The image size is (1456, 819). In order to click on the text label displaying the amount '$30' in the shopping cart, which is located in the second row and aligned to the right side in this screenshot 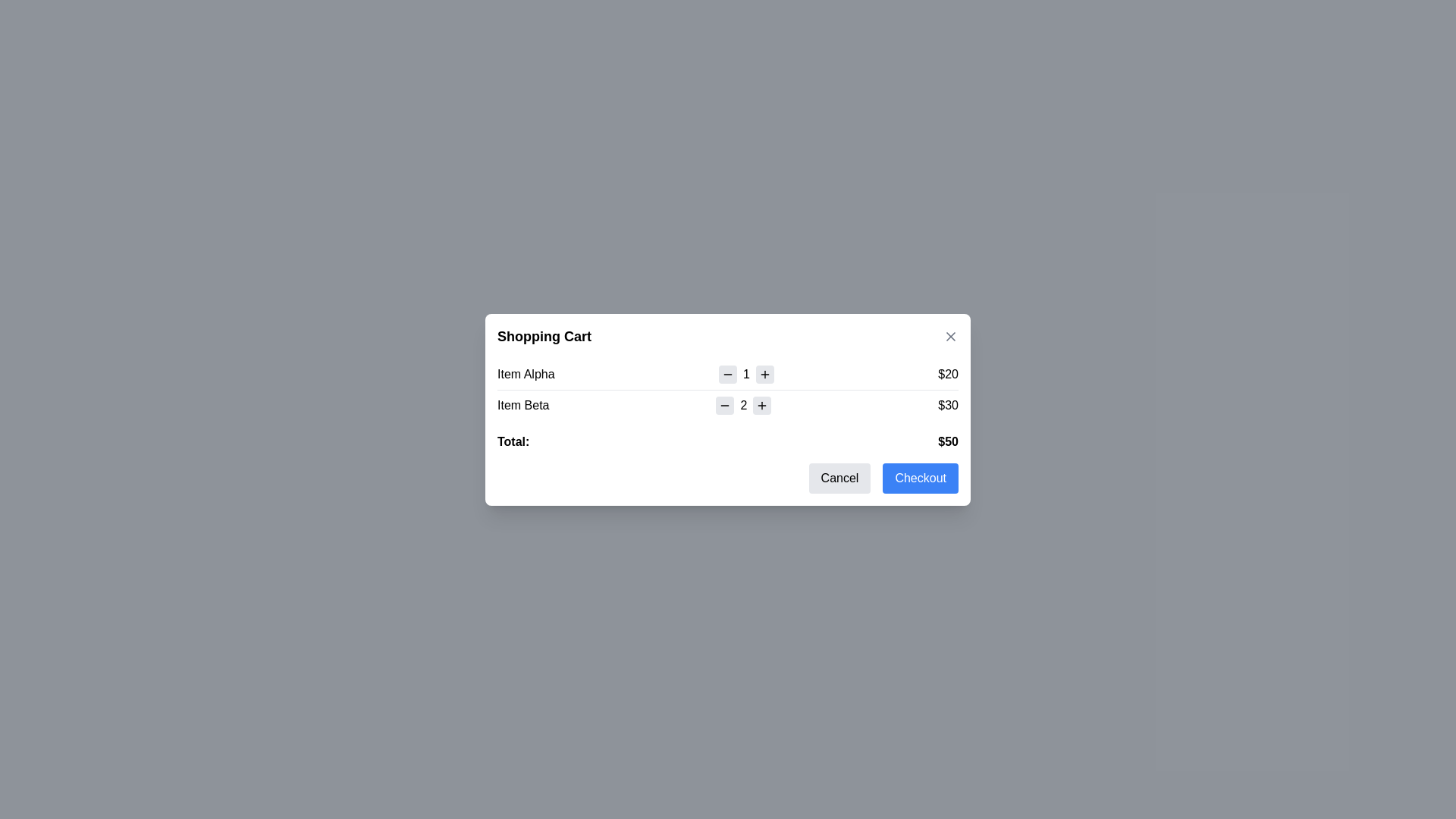, I will do `click(947, 404)`.